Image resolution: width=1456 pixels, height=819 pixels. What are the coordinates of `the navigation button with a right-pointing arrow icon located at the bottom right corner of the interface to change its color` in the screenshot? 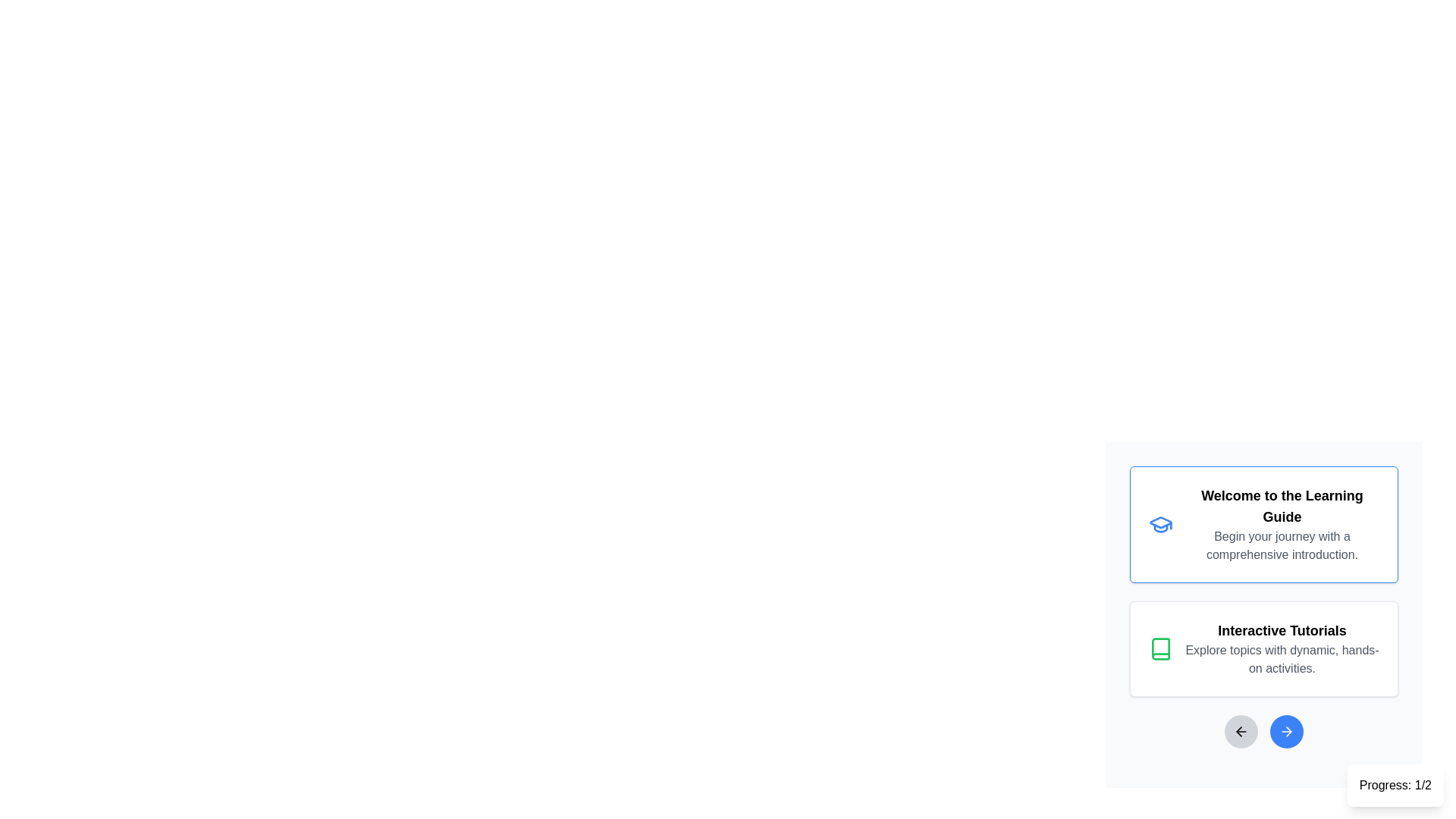 It's located at (1286, 730).